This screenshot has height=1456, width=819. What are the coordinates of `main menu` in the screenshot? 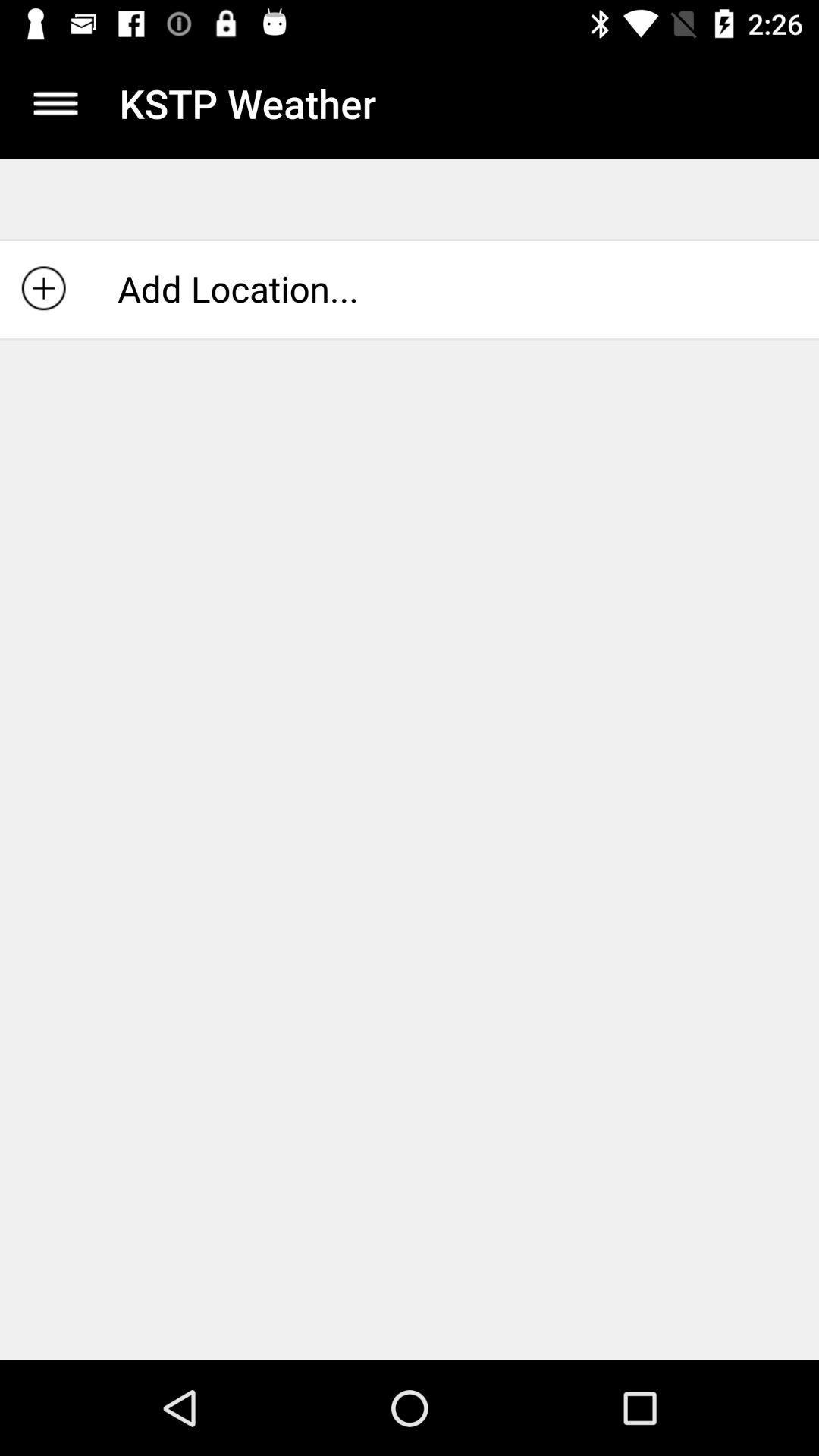 It's located at (55, 102).